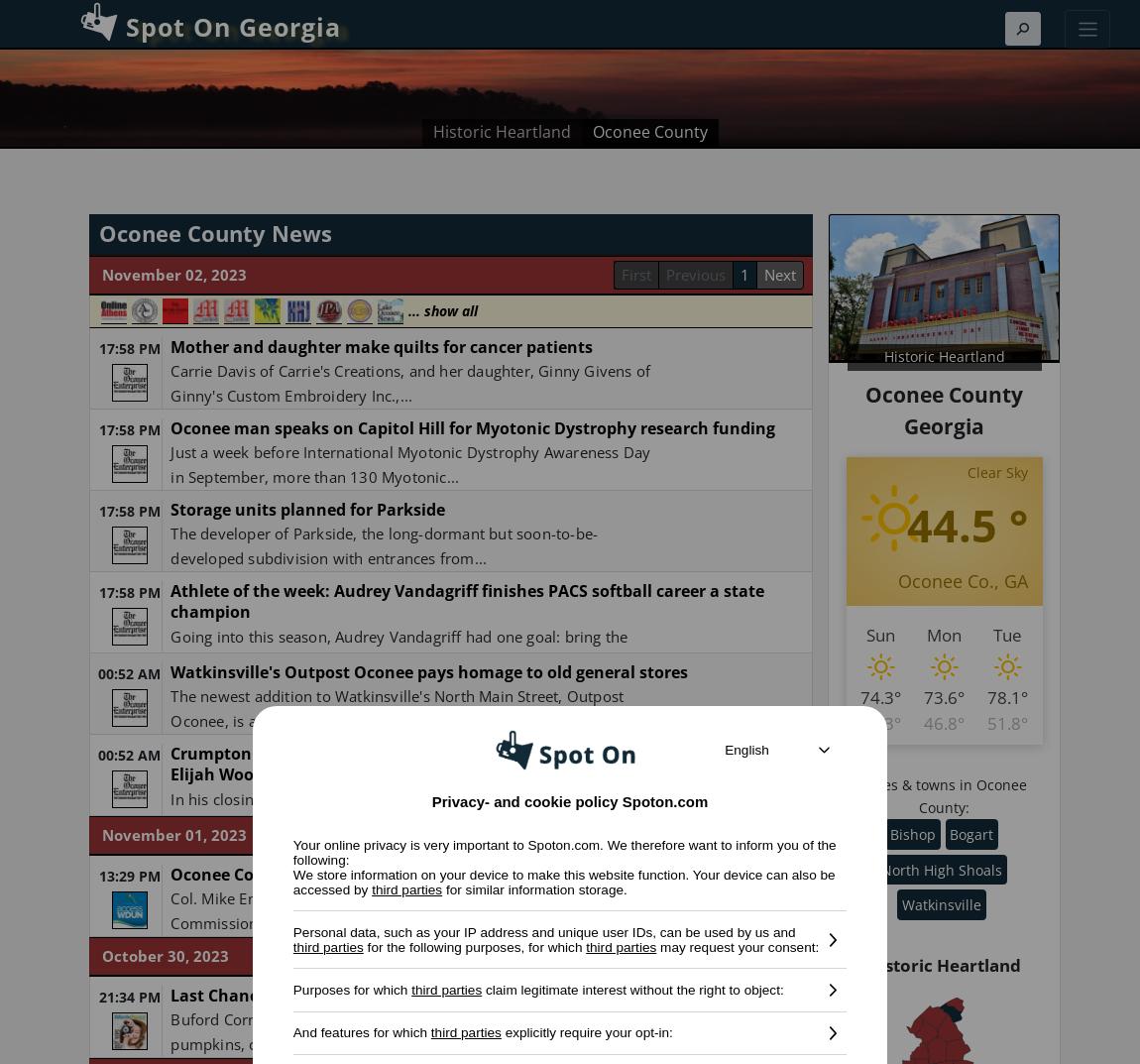 This screenshot has height=1064, width=1140. I want to click on 'Bogart', so click(971, 832).